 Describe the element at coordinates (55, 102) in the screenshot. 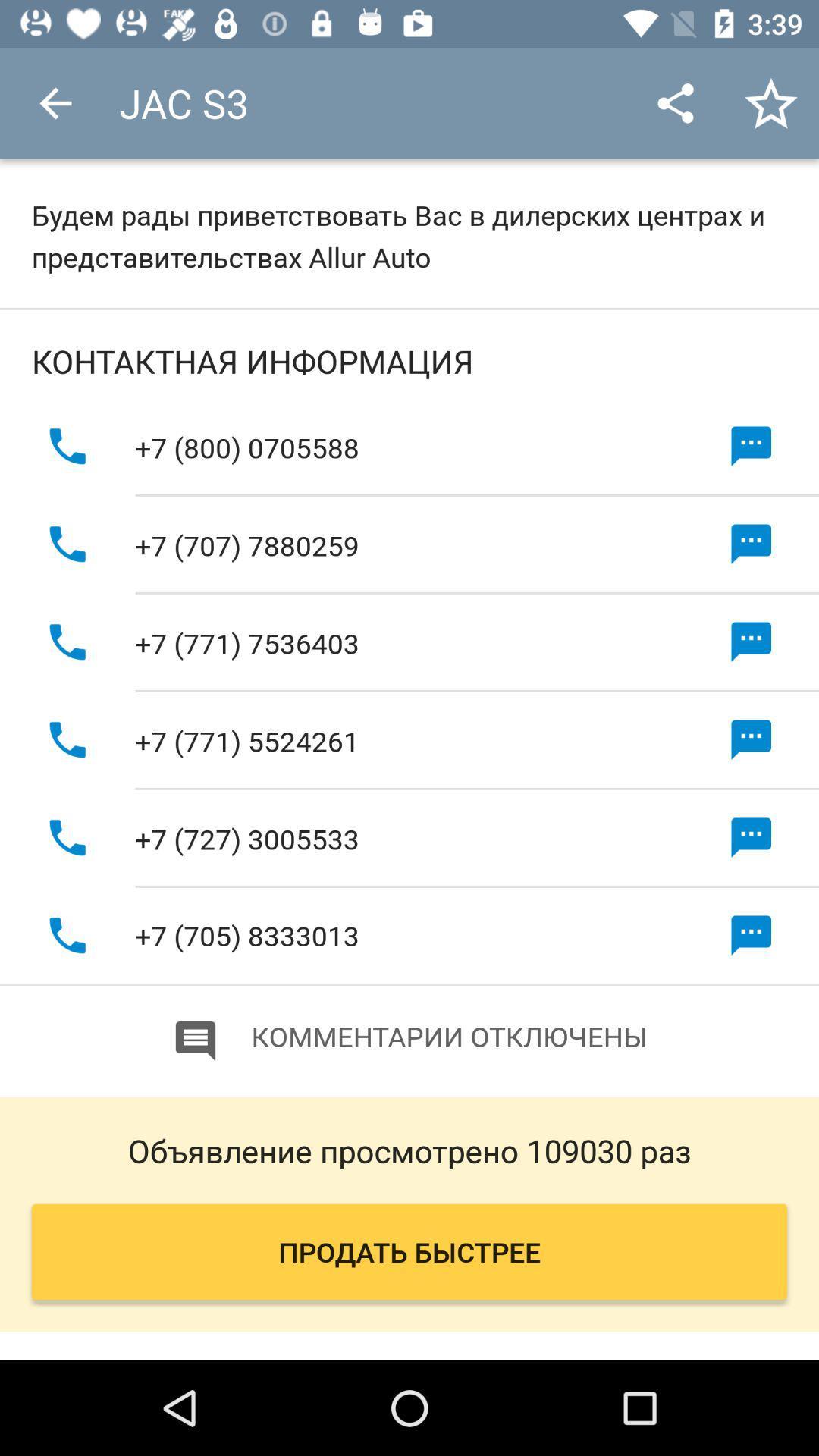

I see `icon to the left of jac s3 app` at that location.